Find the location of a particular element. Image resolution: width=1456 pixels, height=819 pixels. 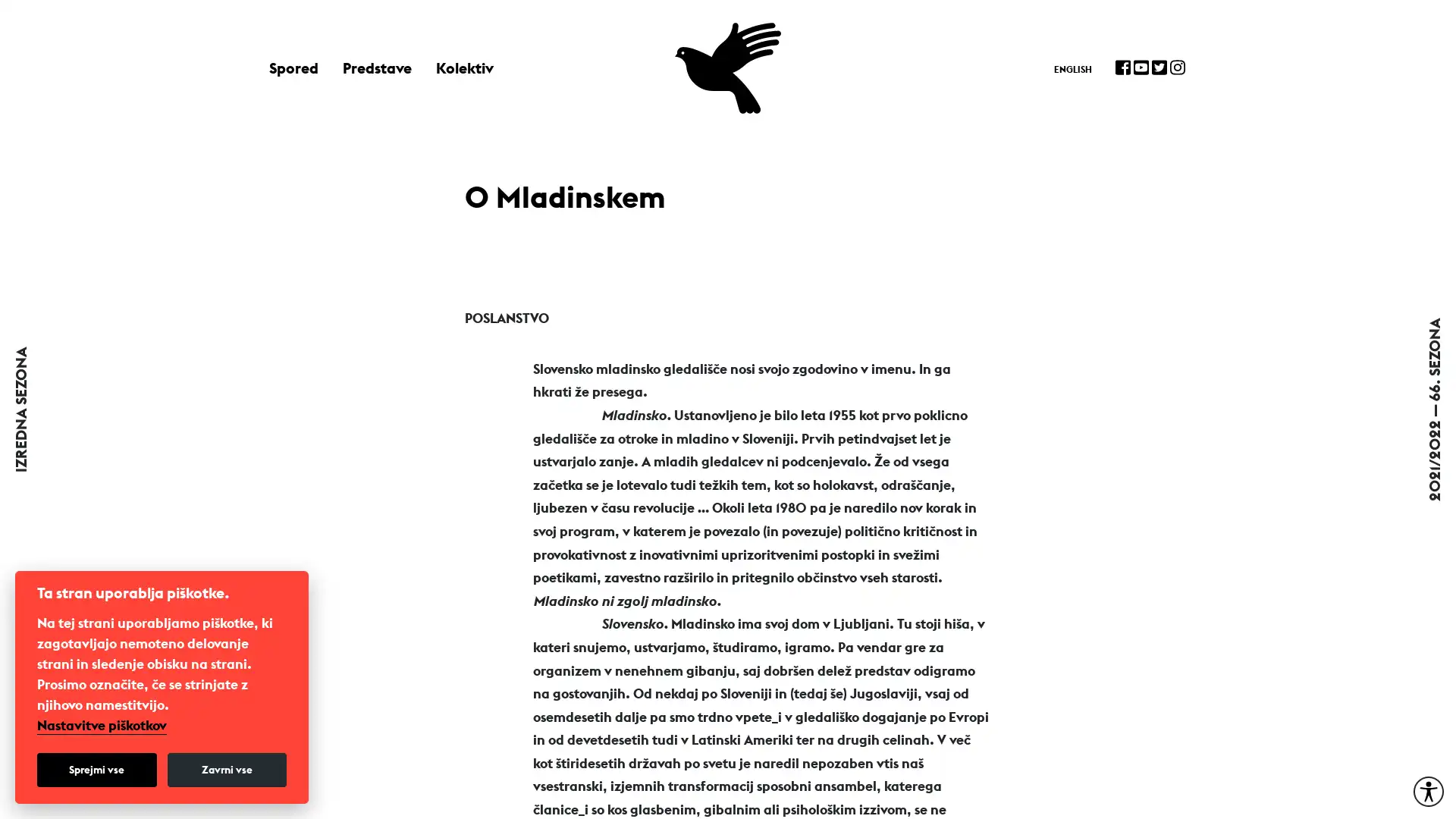

Zavrni vse is located at coordinates (225, 769).